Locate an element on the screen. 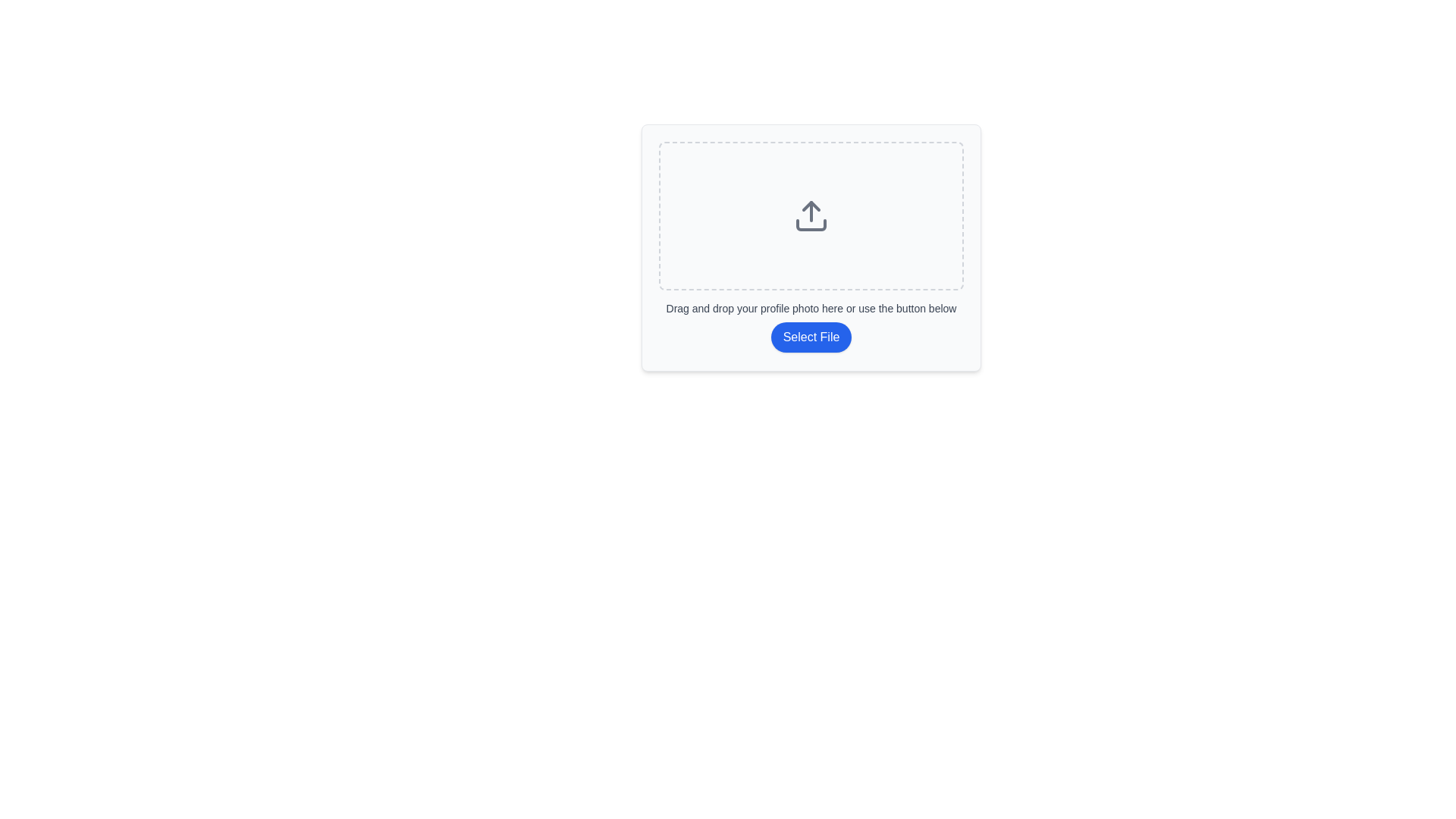 The width and height of the screenshot is (1456, 819). the upward-facing gray triangular component of the upload icon, which is positioned in the upper-central portion of the drag-and-drop upload area is located at coordinates (811, 206).